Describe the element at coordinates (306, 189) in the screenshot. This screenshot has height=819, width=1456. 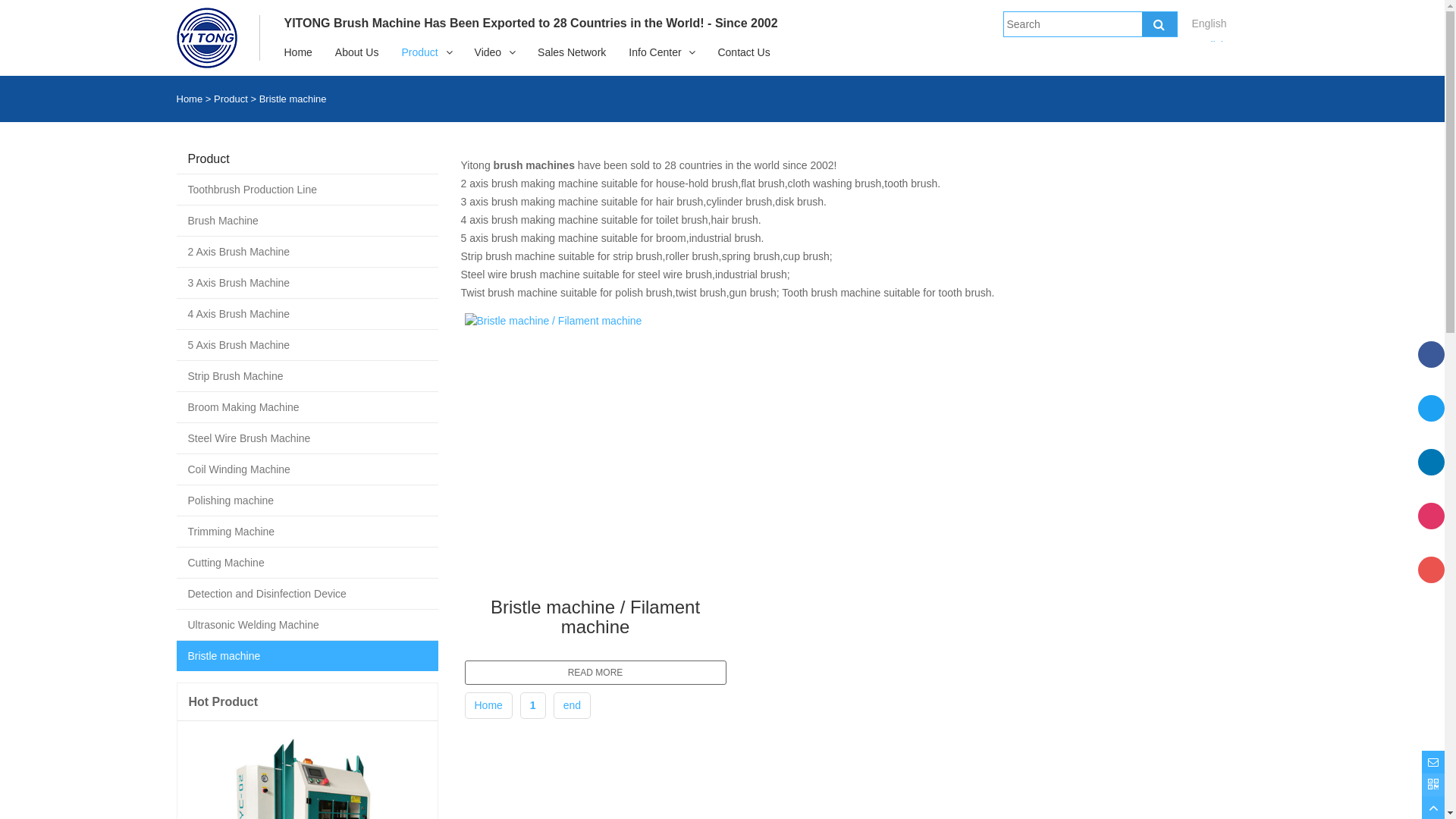
I see `'Toothbrush Production Line'` at that location.